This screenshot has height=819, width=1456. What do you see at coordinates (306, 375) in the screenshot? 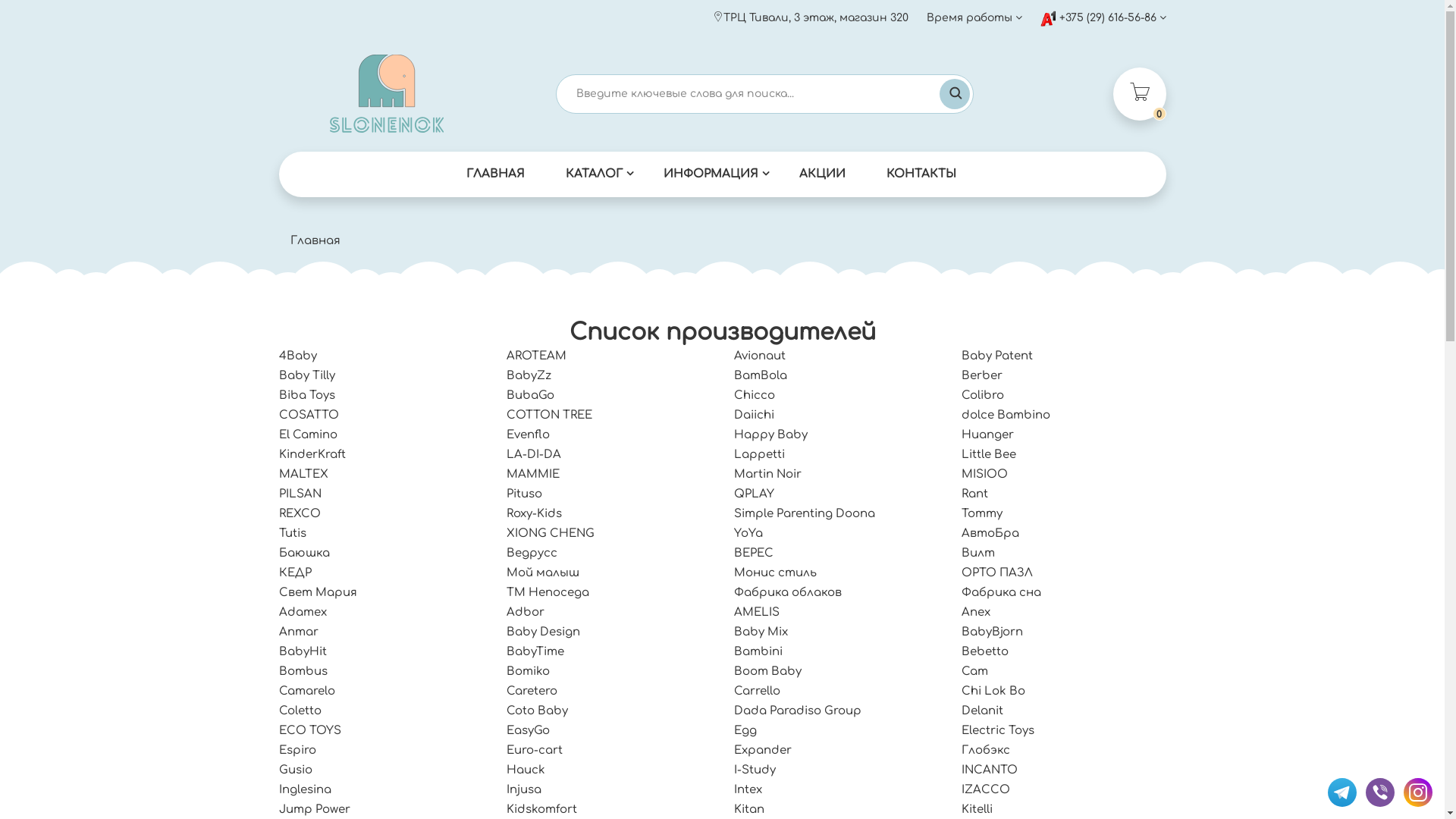
I see `'Baby Tilly'` at bounding box center [306, 375].